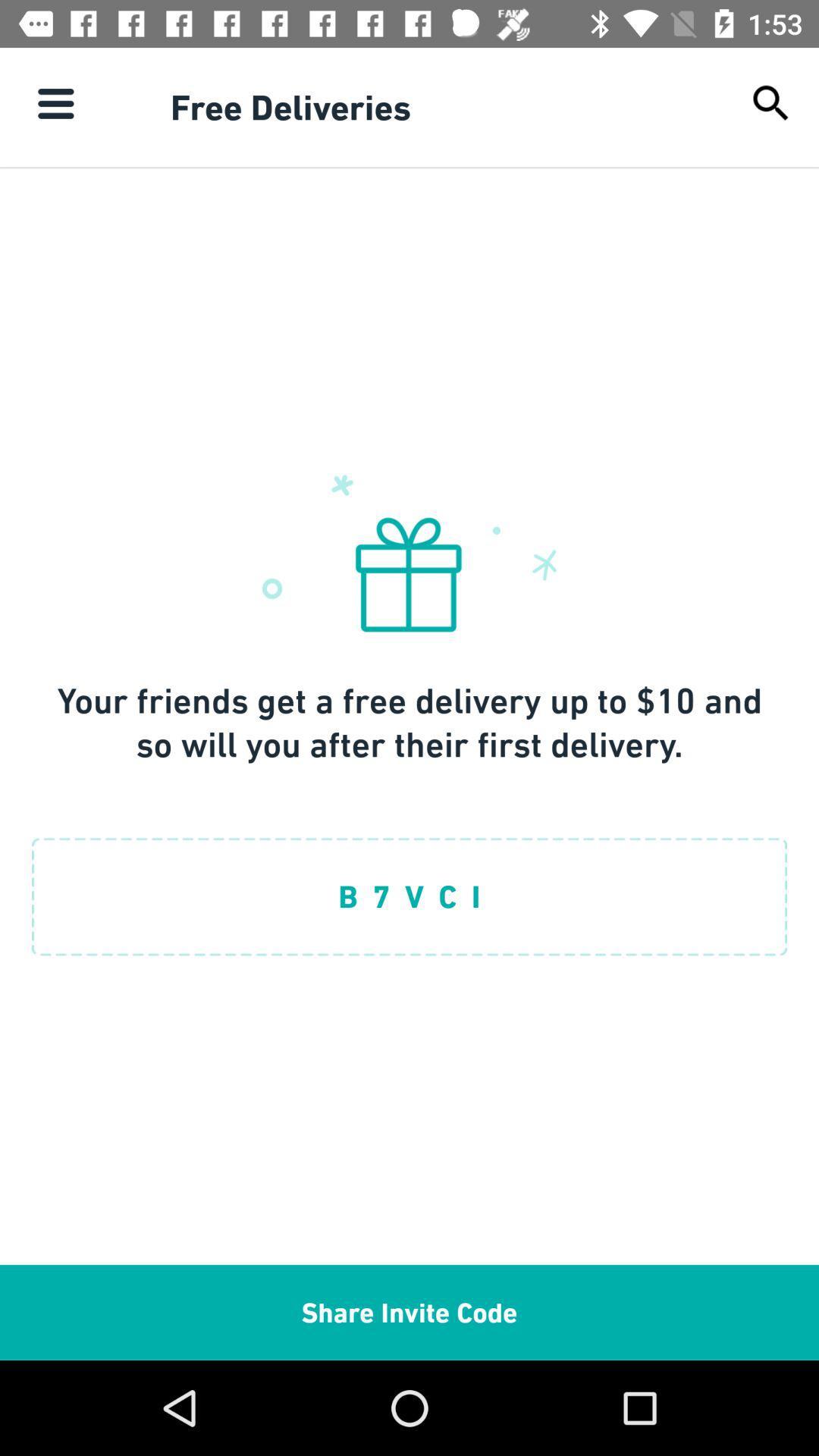  I want to click on item to the left of free deliveries, so click(55, 102).